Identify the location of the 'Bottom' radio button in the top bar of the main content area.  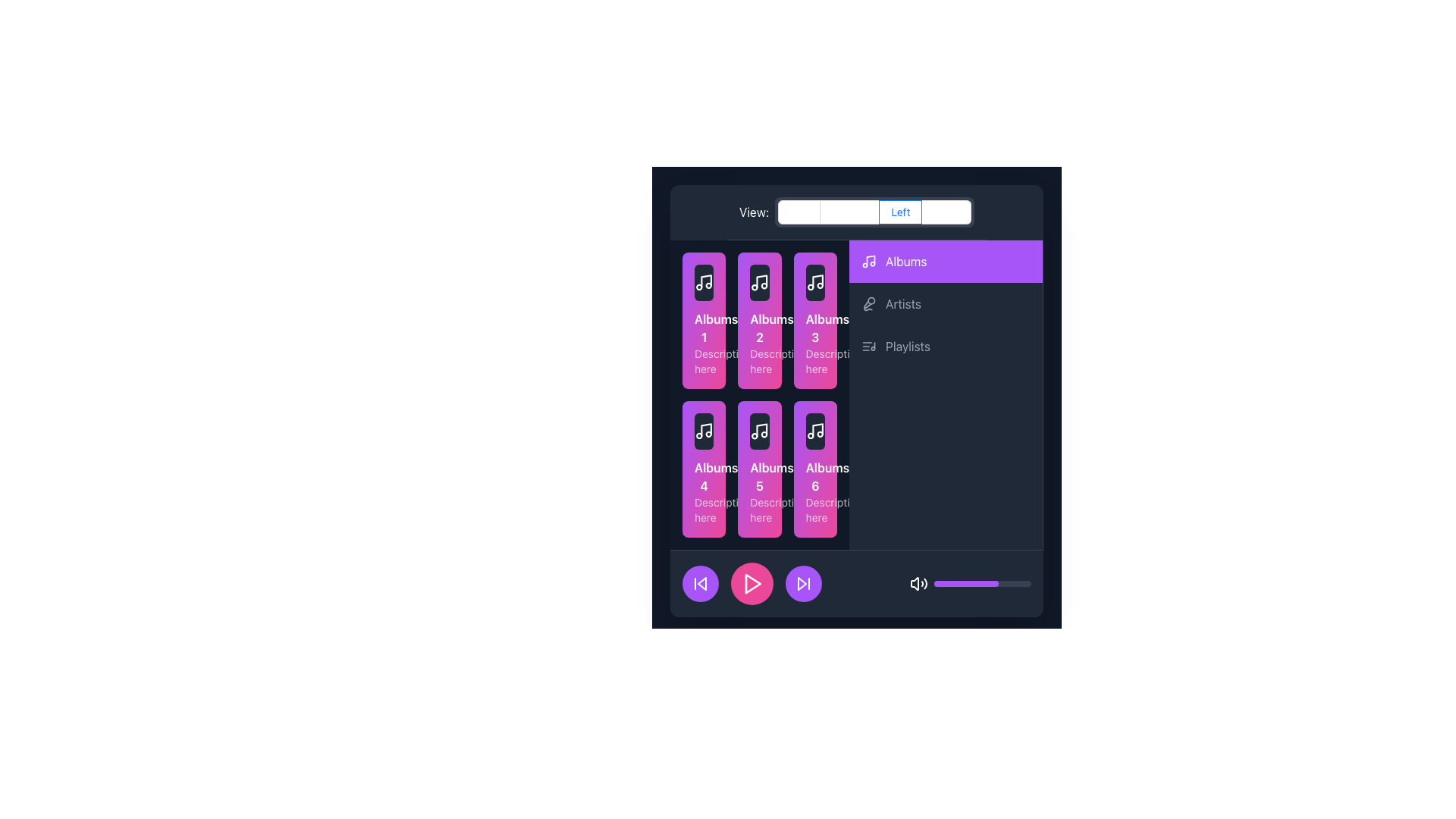
(850, 212).